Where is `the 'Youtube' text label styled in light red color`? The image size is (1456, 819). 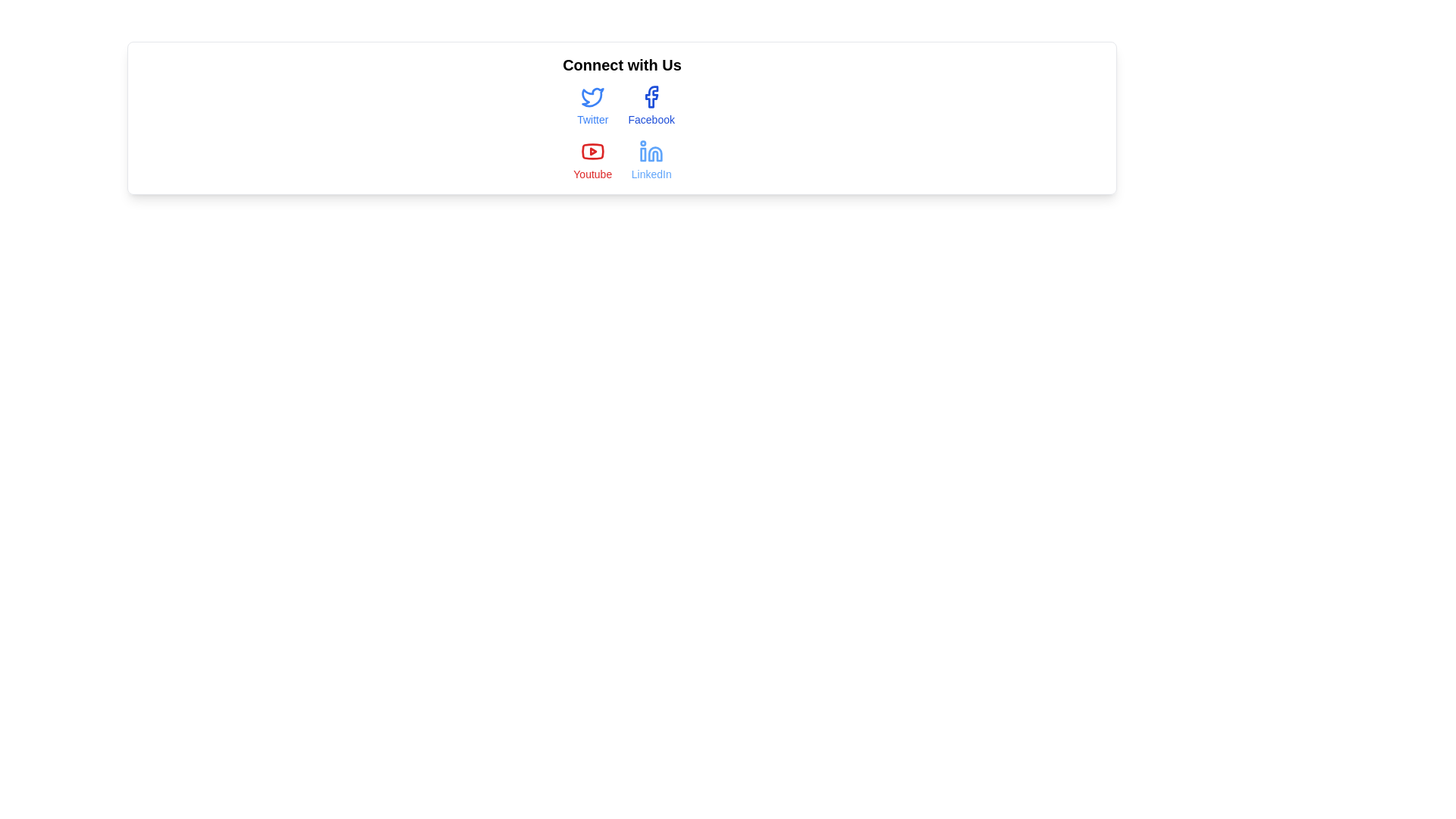
the 'Youtube' text label styled in light red color is located at coordinates (591, 174).